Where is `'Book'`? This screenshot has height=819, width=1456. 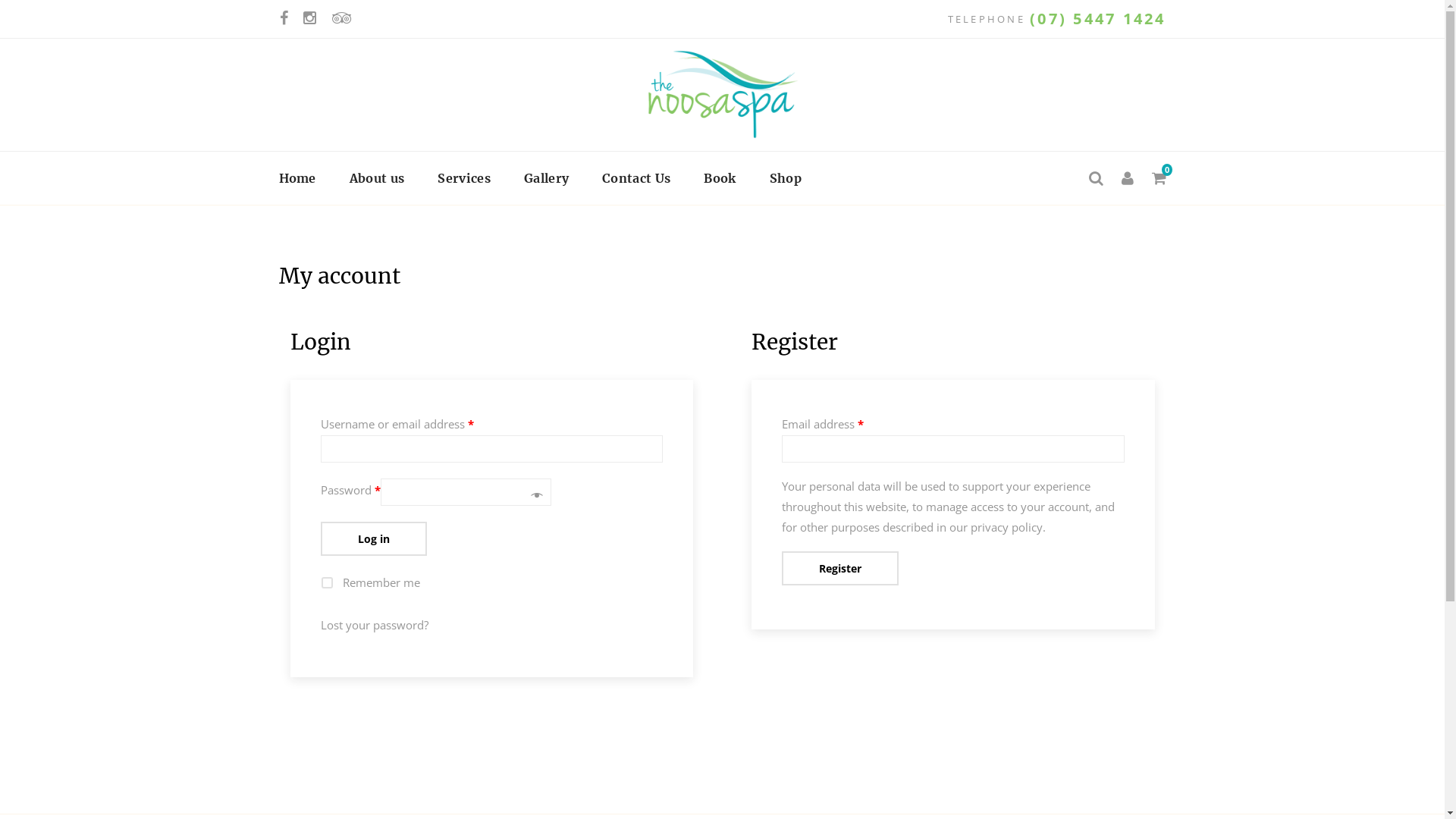
'Book' is located at coordinates (719, 177).